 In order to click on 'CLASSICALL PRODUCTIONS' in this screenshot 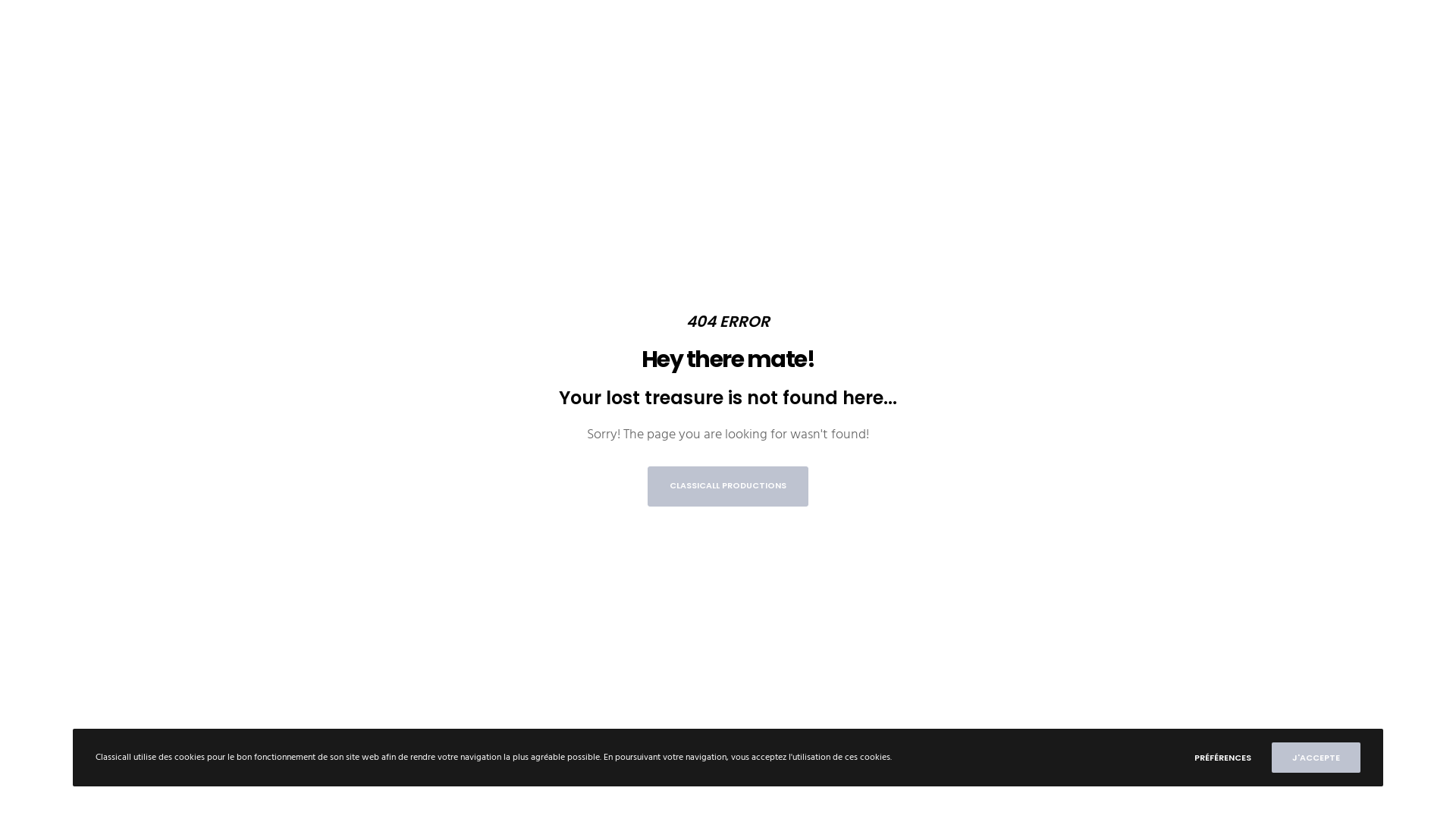, I will do `click(728, 485)`.